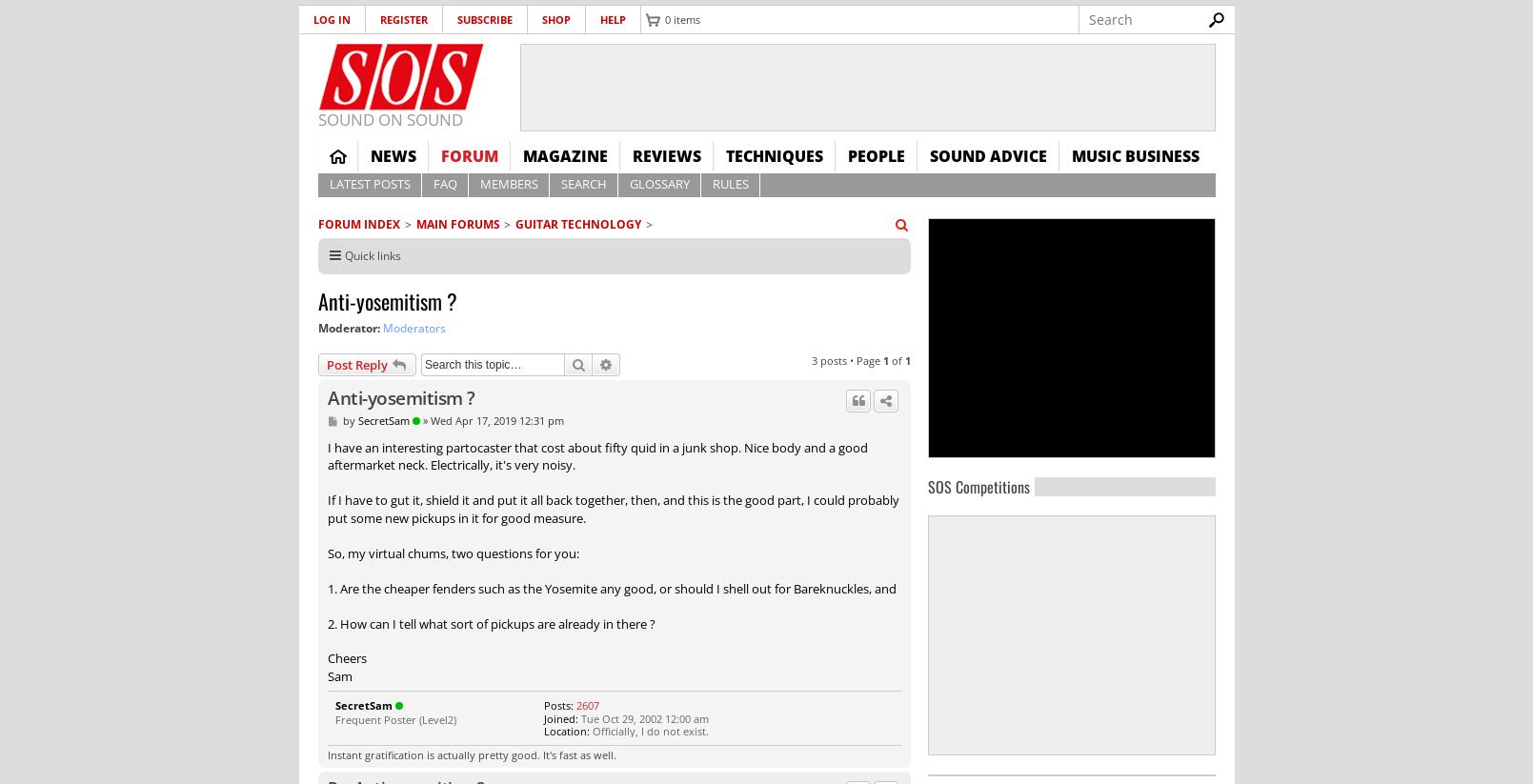 The height and width of the screenshot is (784, 1533). Describe the element at coordinates (986, 155) in the screenshot. I see `'Sound Advice'` at that location.